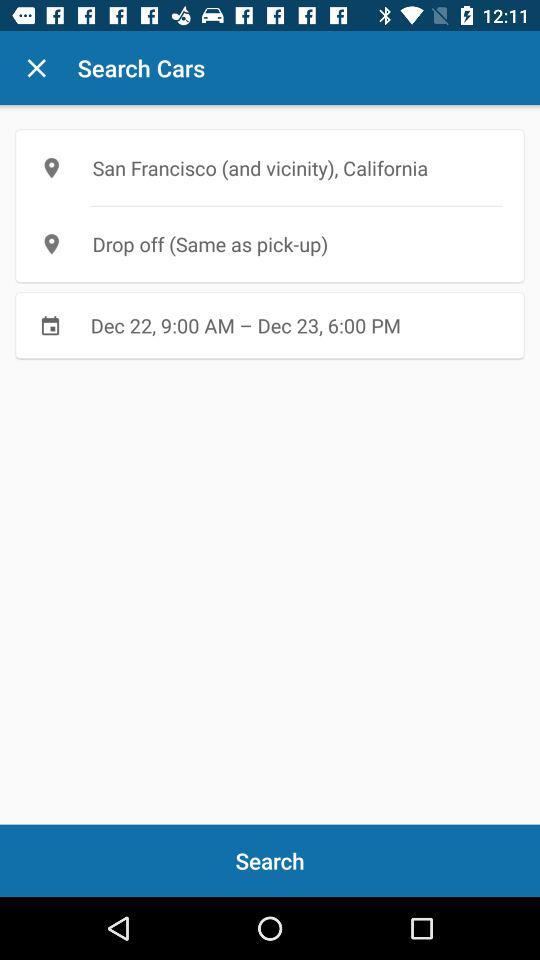  Describe the element at coordinates (270, 243) in the screenshot. I see `the drop off same` at that location.